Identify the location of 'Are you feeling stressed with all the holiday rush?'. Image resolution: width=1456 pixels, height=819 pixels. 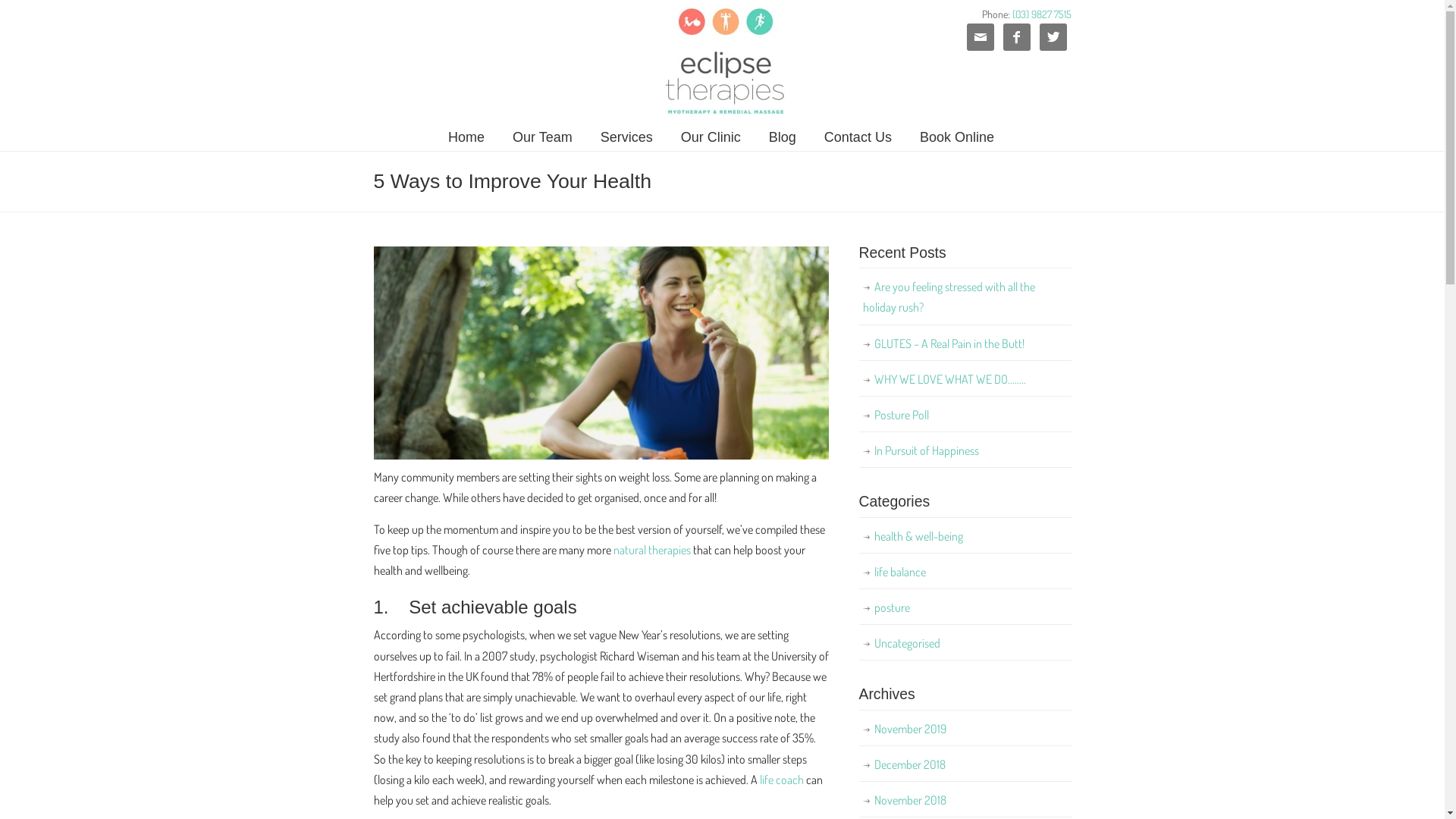
(964, 297).